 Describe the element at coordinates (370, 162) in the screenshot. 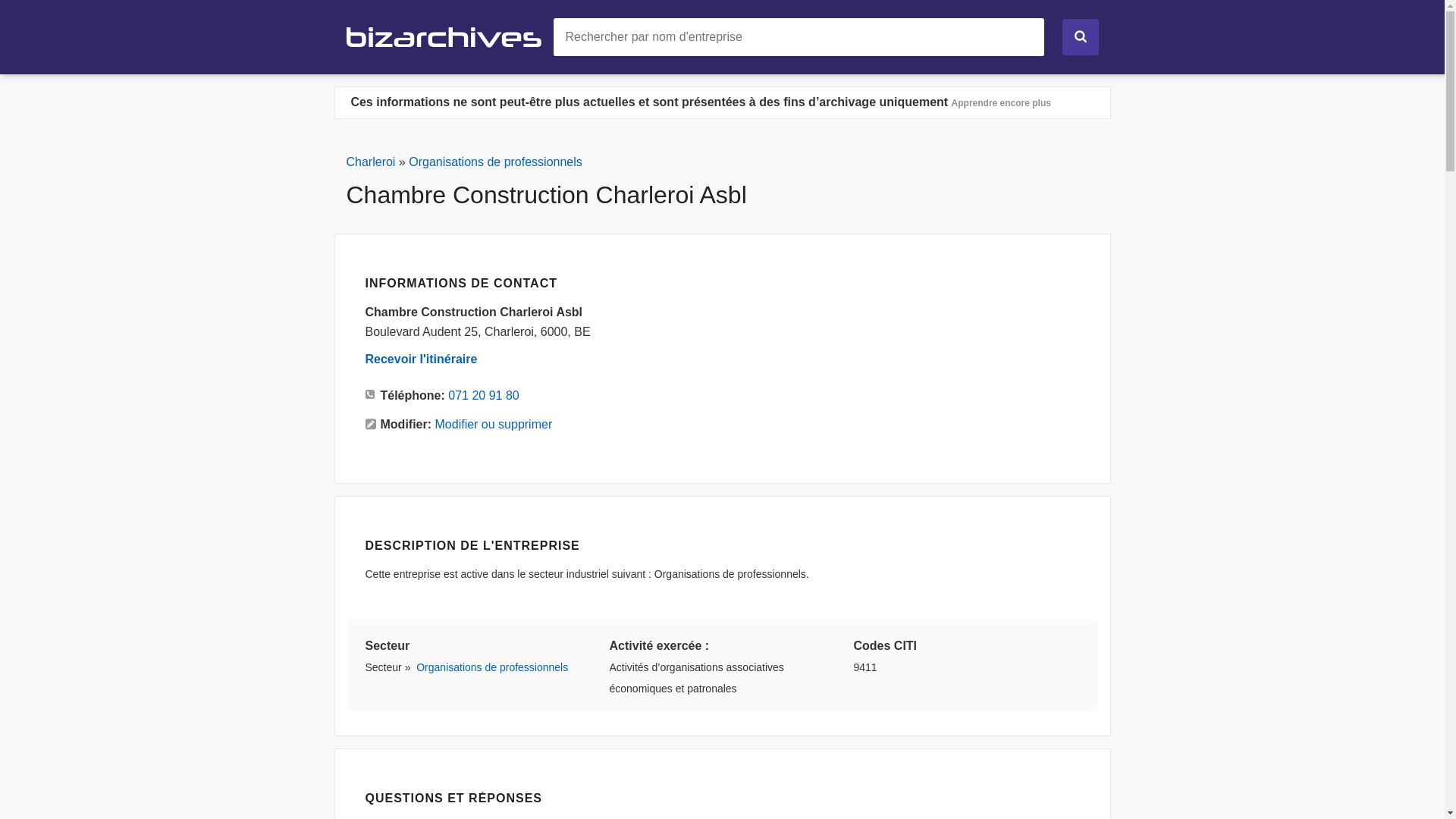

I see `'Charleroi'` at that location.